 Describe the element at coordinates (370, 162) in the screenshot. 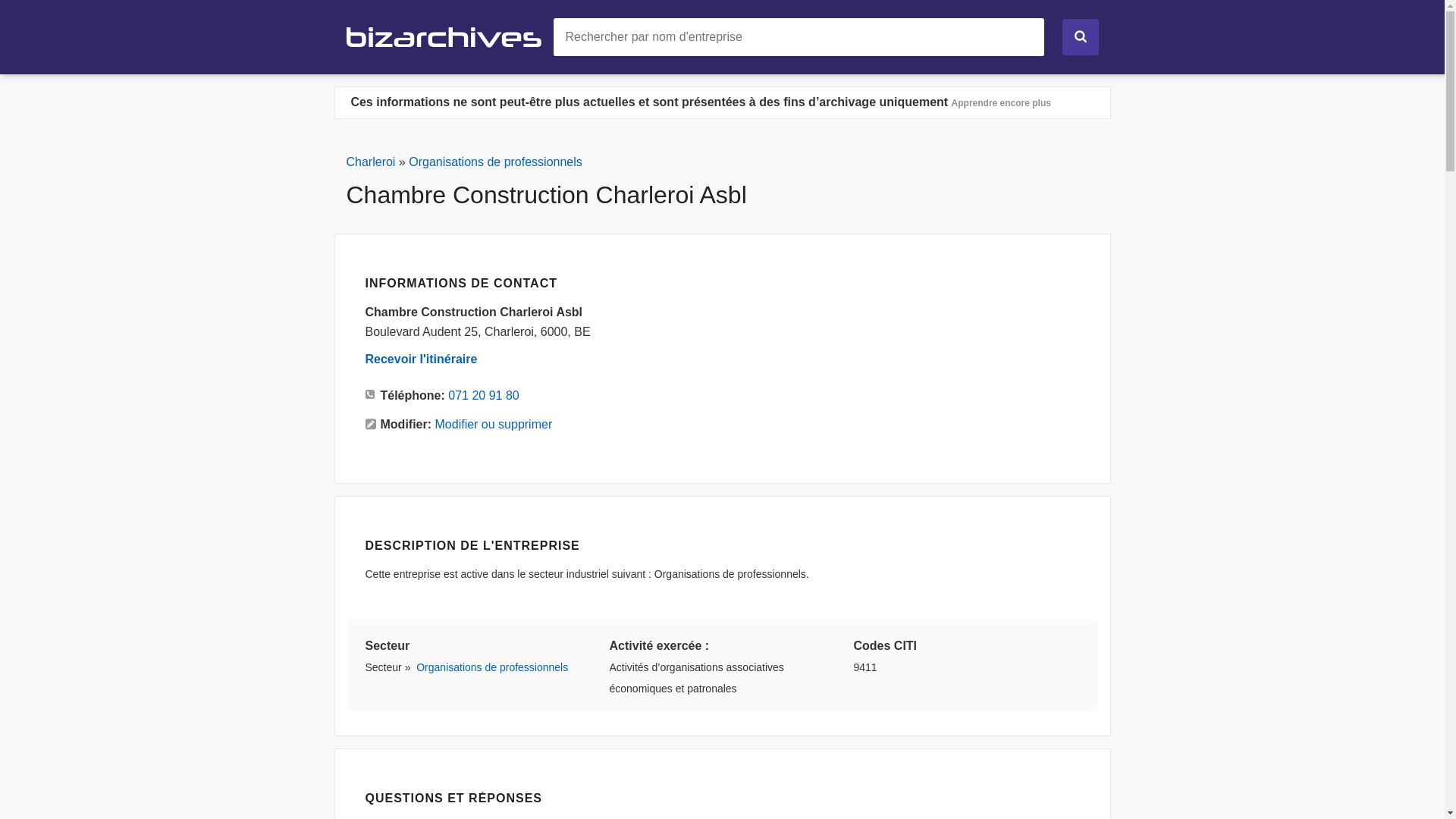

I see `'Charleroi'` at that location.